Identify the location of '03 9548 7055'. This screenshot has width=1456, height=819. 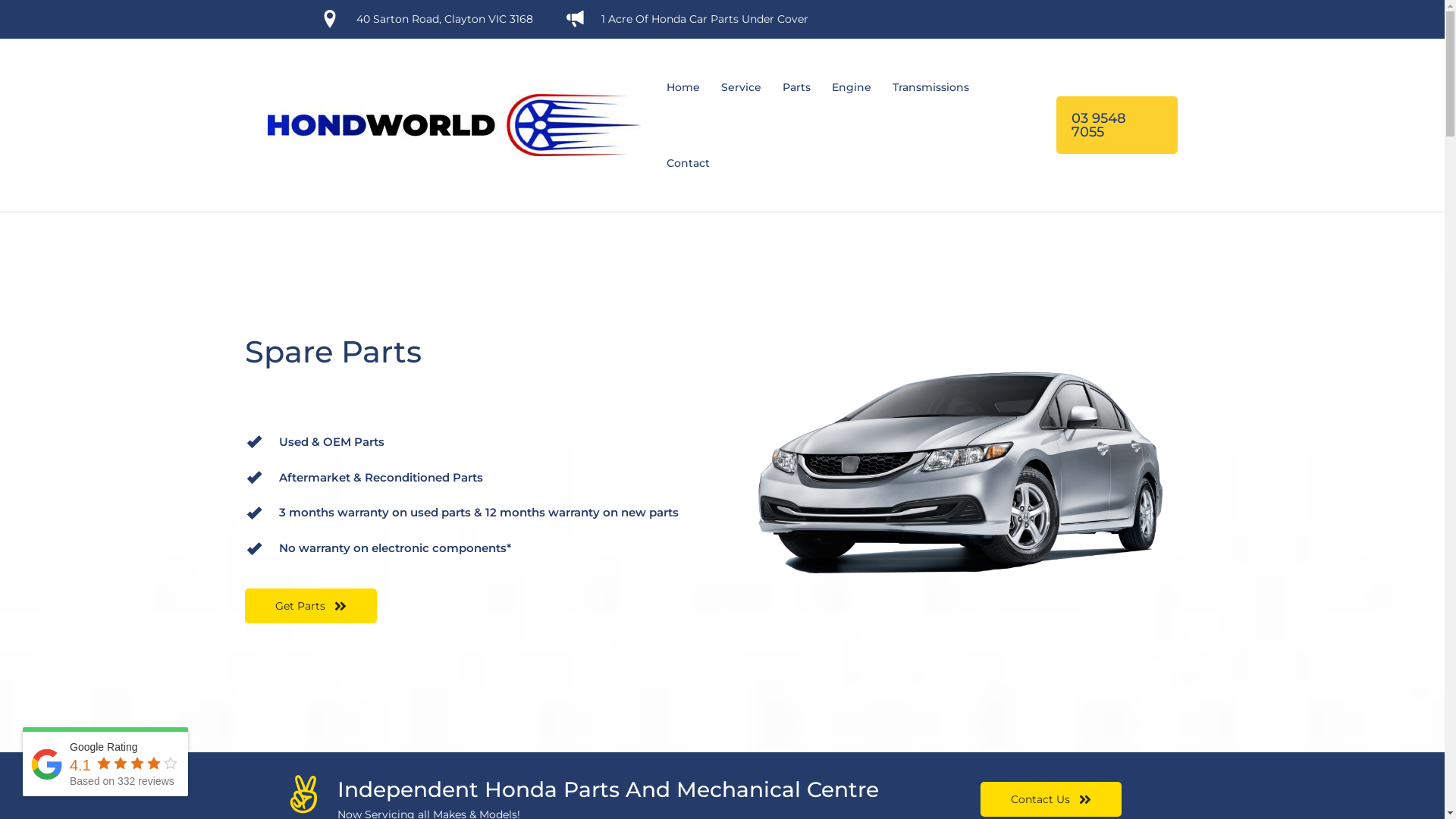
(1116, 124).